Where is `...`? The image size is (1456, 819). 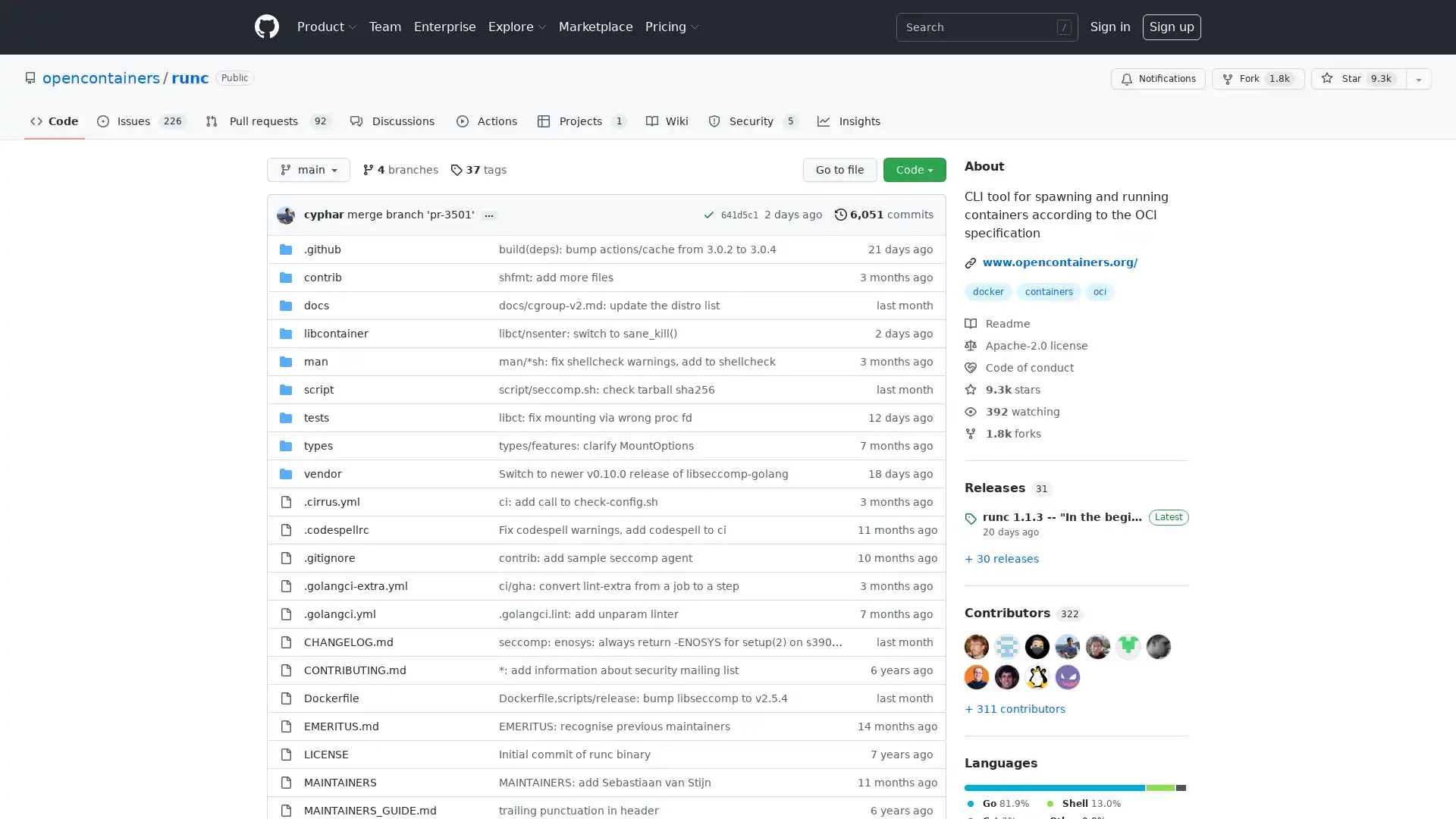
... is located at coordinates (488, 215).